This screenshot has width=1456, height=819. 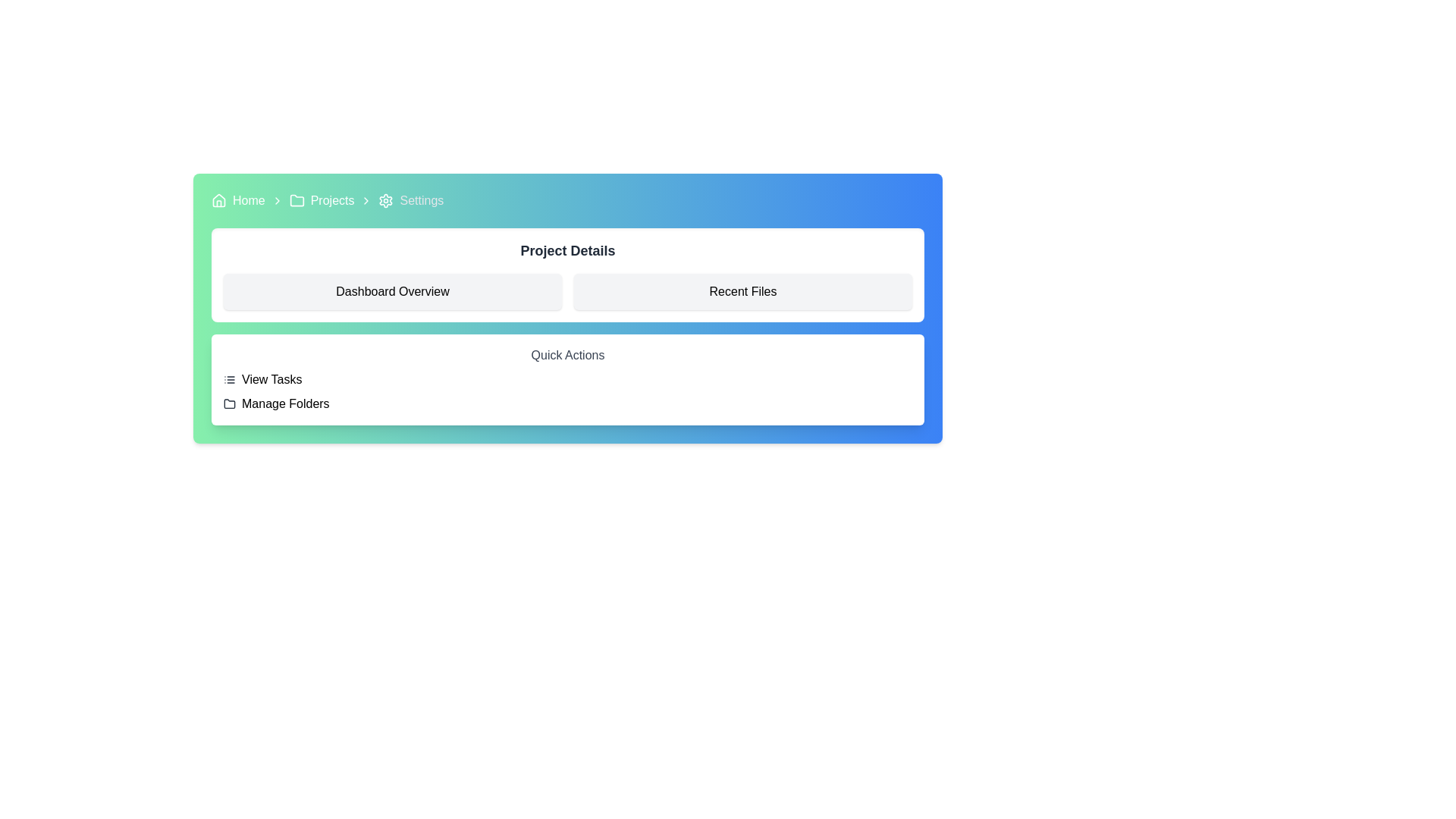 What do you see at coordinates (248, 200) in the screenshot?
I see `the 'Home' text link in the navigation bar` at bounding box center [248, 200].